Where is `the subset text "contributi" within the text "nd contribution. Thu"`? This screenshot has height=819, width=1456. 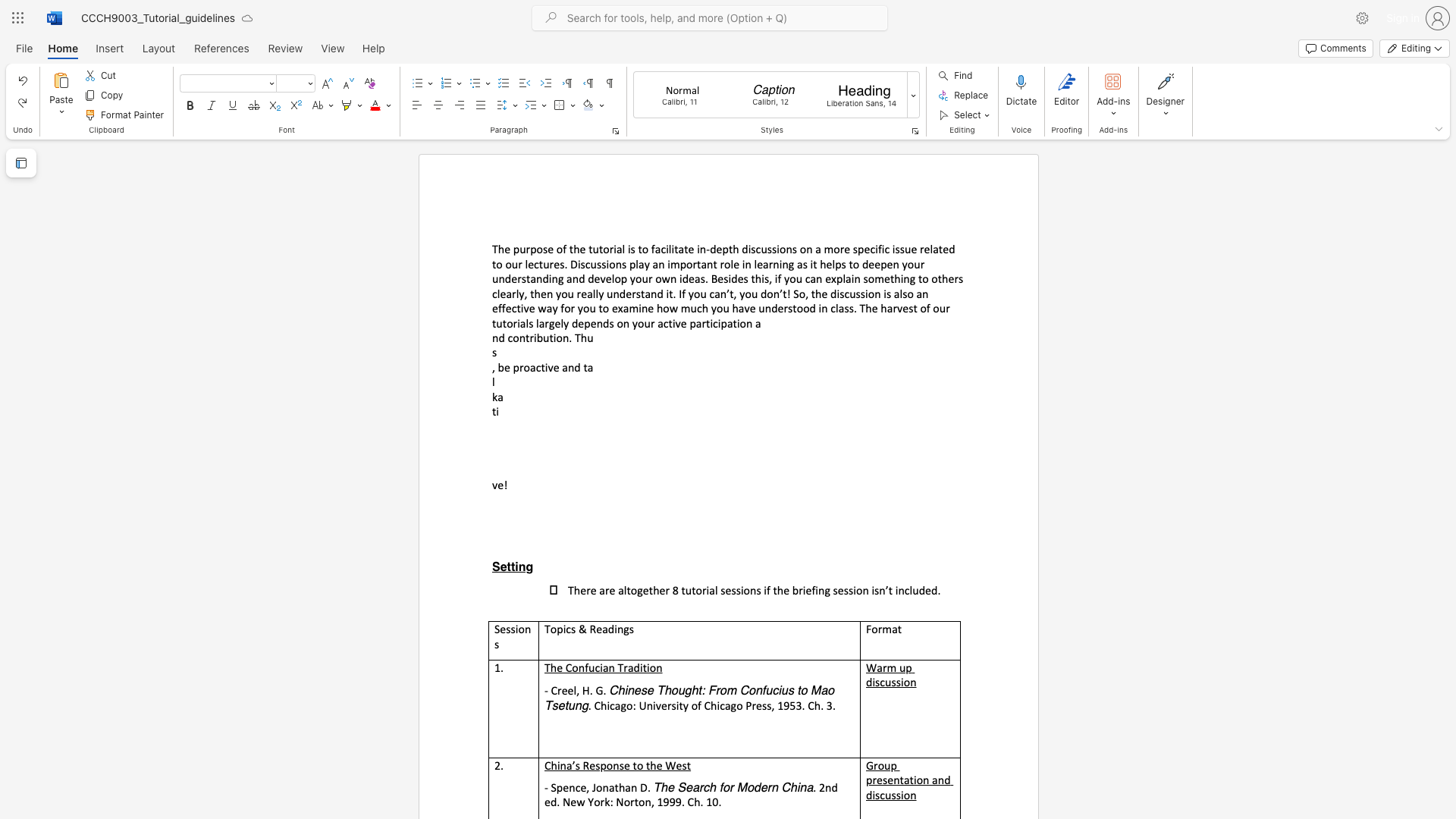
the subset text "contributi" within the text "nd contribution. Thu" is located at coordinates (507, 337).